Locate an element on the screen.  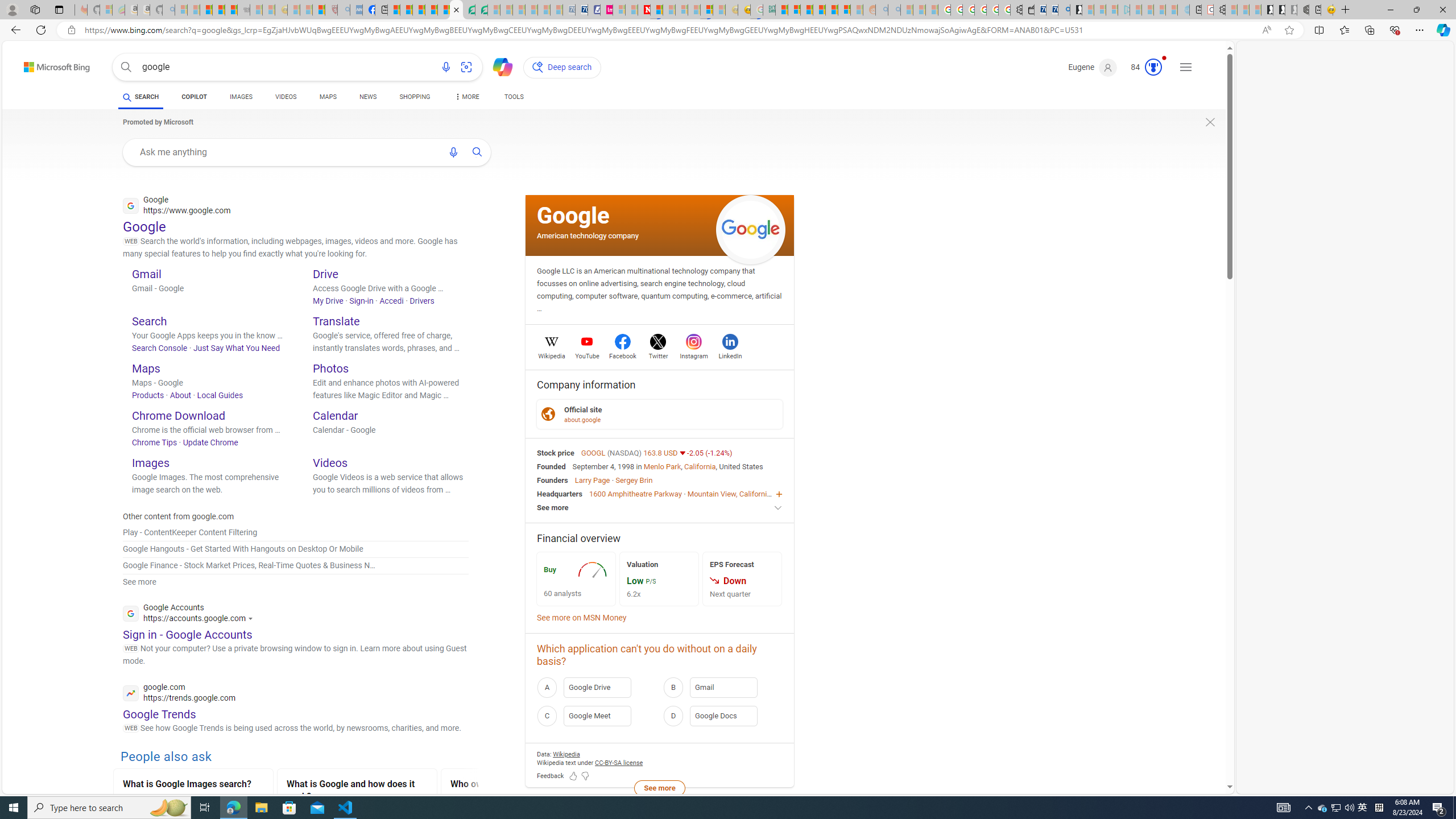
'AutomationID: uaseabtn' is located at coordinates (477, 152).